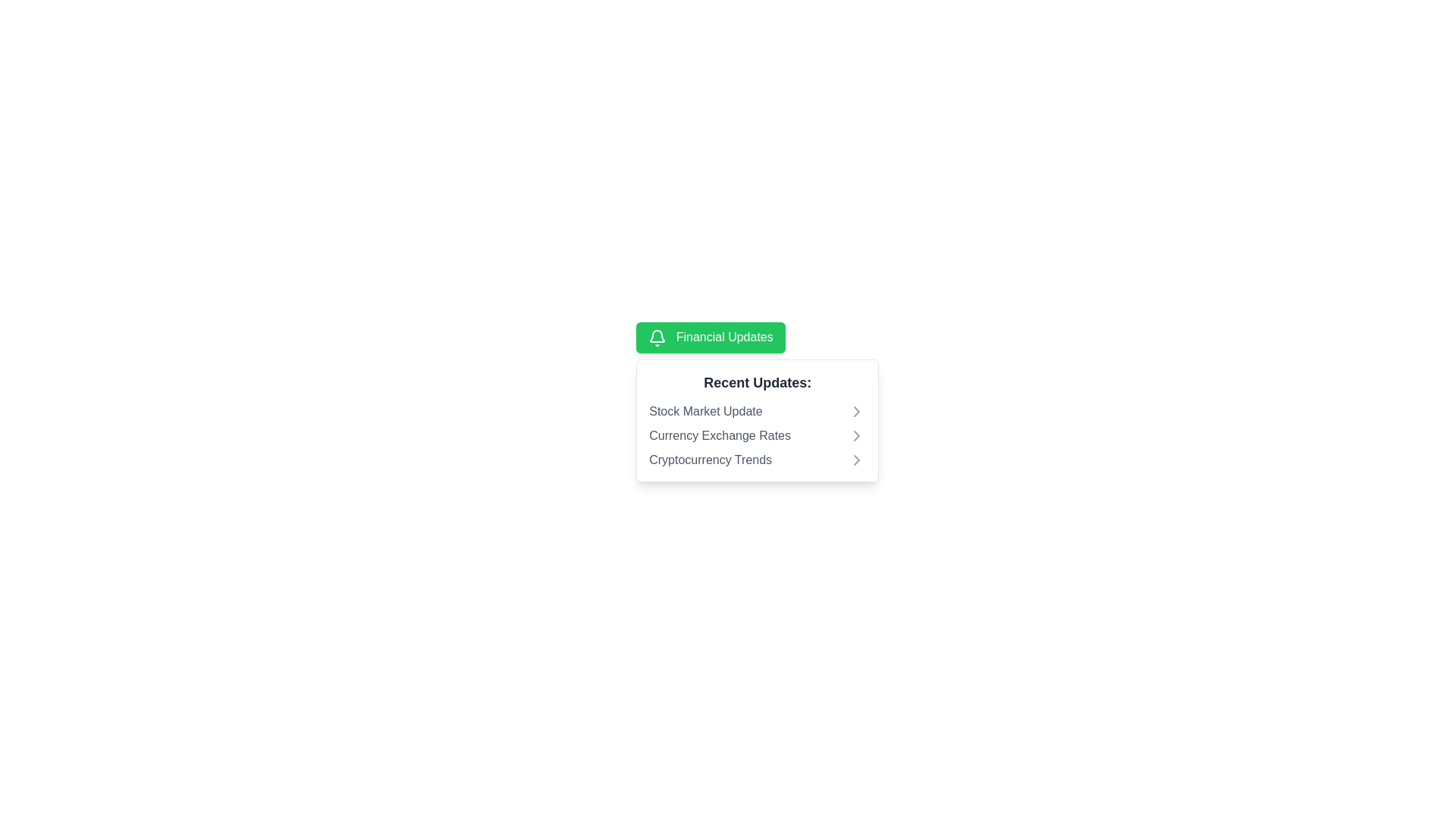  Describe the element at coordinates (710, 459) in the screenshot. I see `the text component displaying 'Cryptocurrency Trends', which is the third item in a vertical list under the 'Recent Updates:' header` at that location.